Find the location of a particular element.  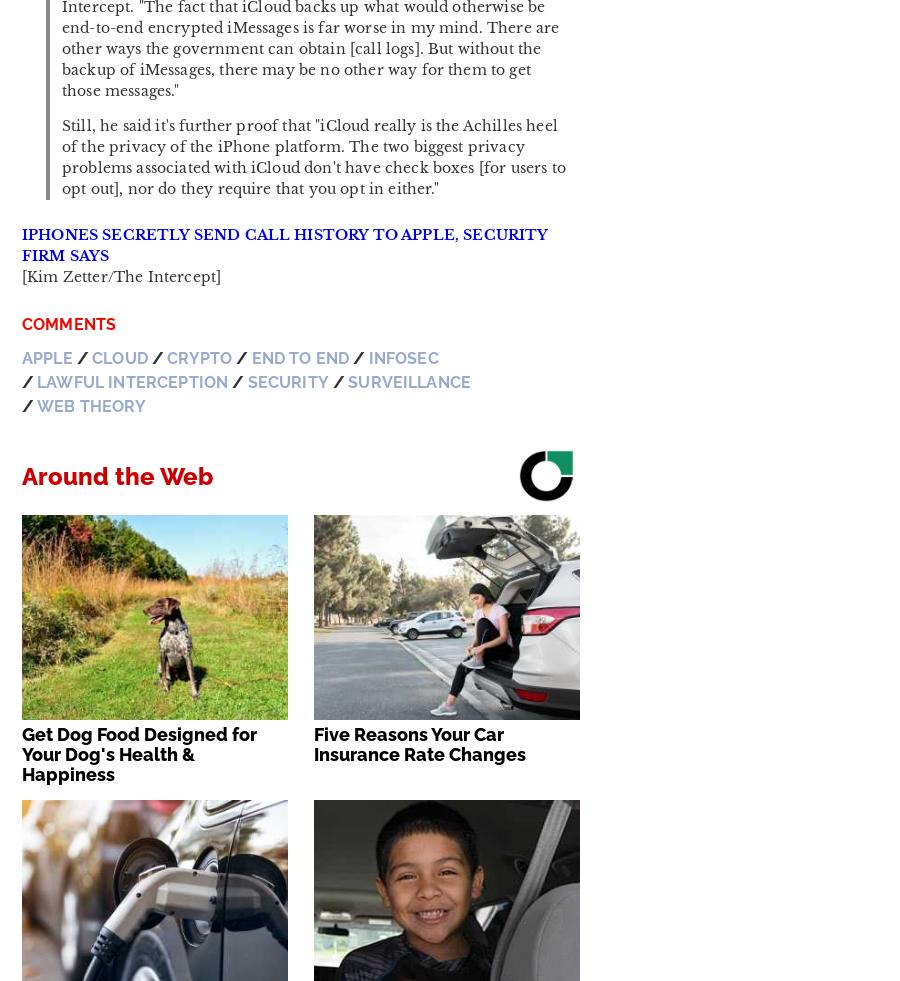

'security' is located at coordinates (286, 381).